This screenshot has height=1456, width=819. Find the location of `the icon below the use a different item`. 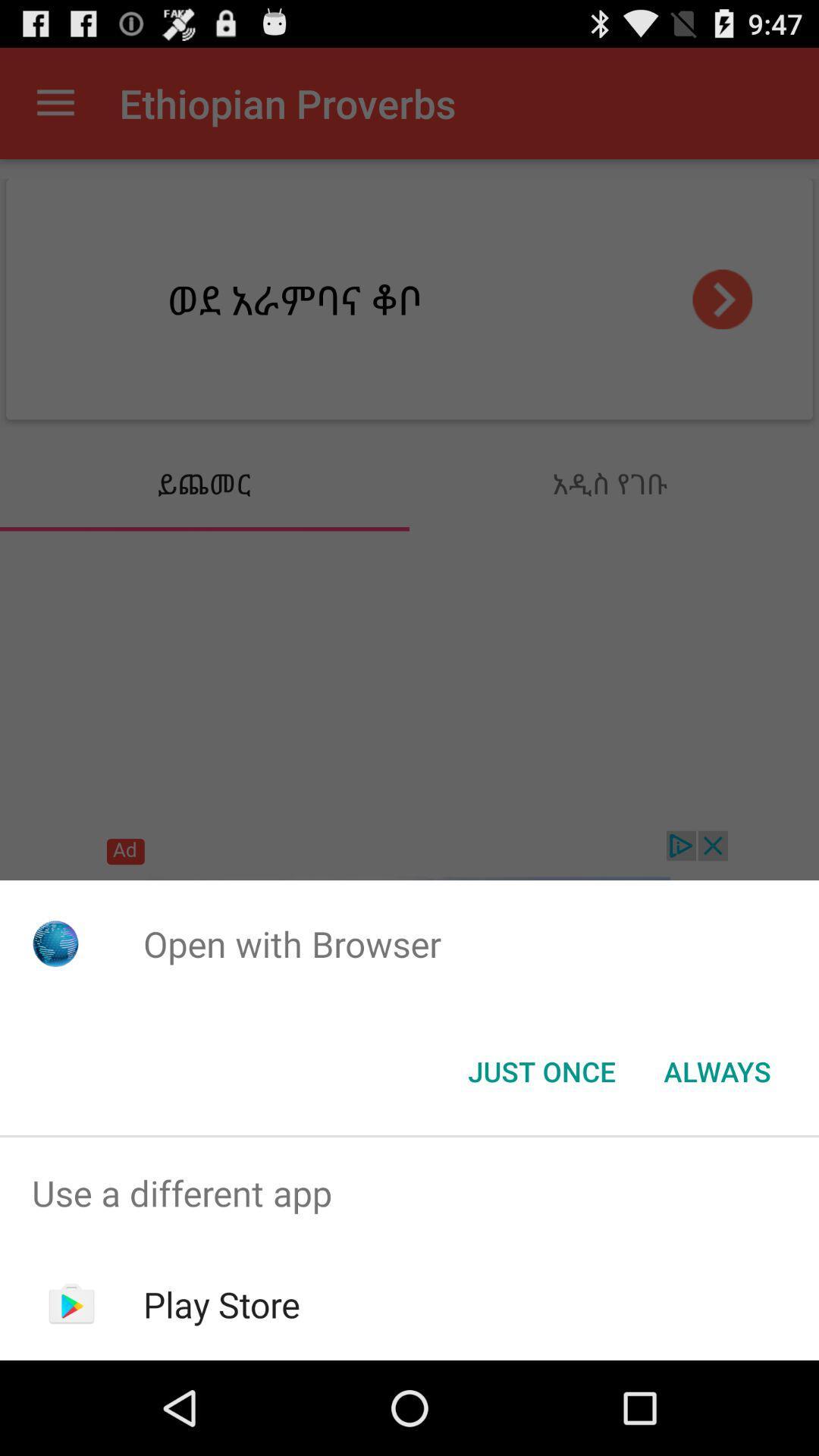

the icon below the use a different item is located at coordinates (221, 1304).